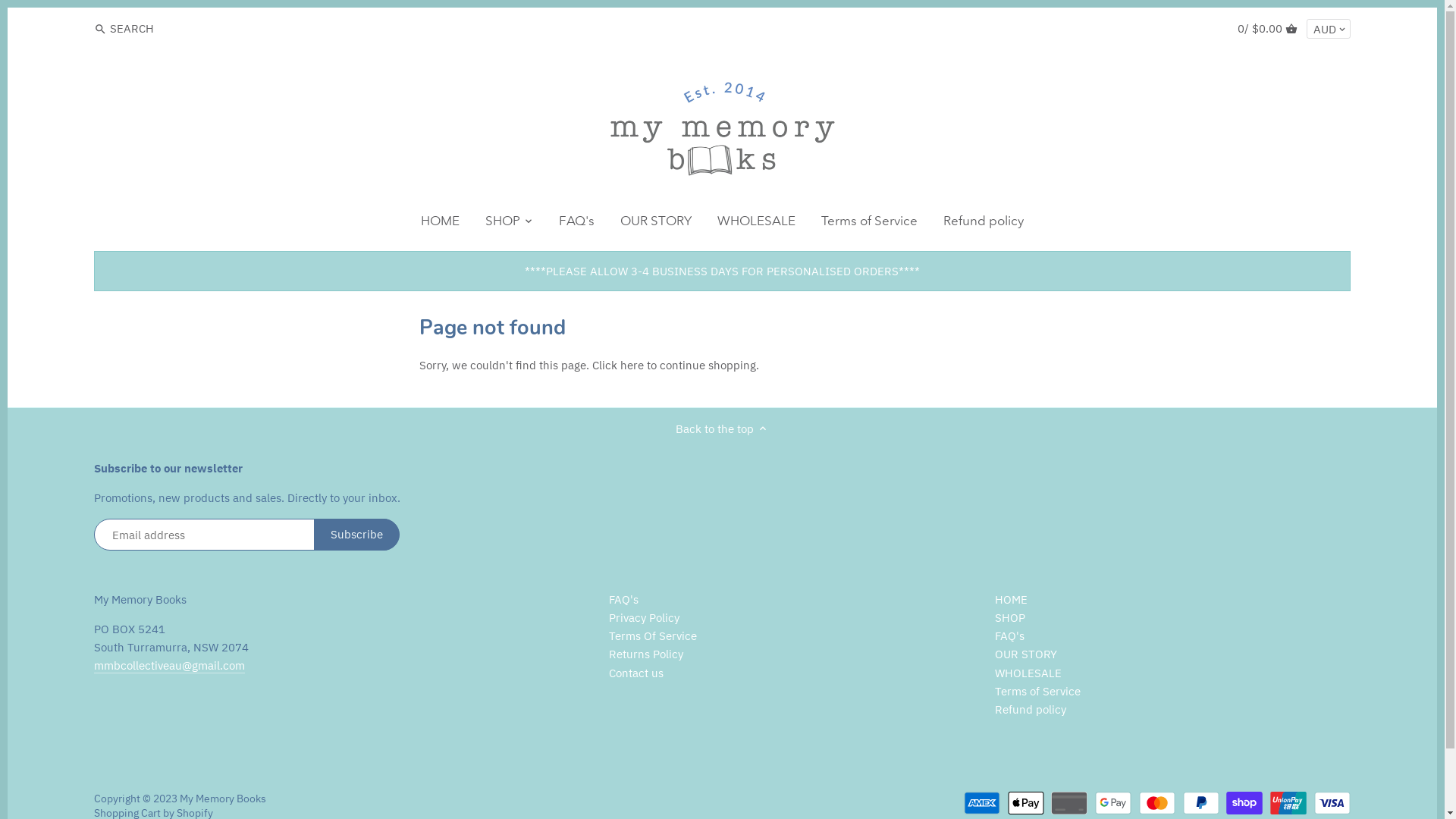  What do you see at coordinates (169, 665) in the screenshot?
I see `'mmbcollectiveau@gmail.com'` at bounding box center [169, 665].